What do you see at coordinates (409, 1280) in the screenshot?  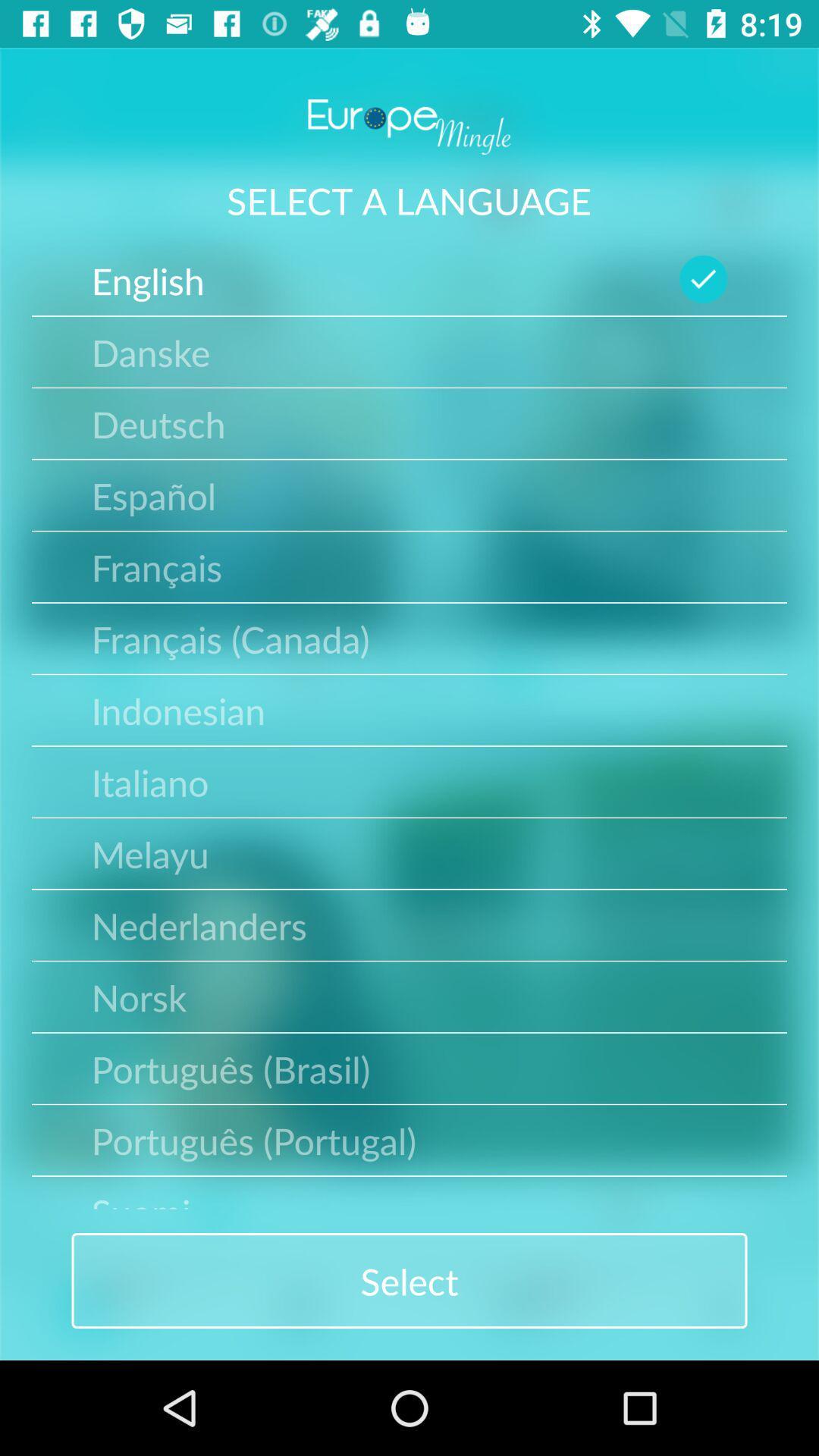 I see `tap on the button named as select` at bounding box center [409, 1280].